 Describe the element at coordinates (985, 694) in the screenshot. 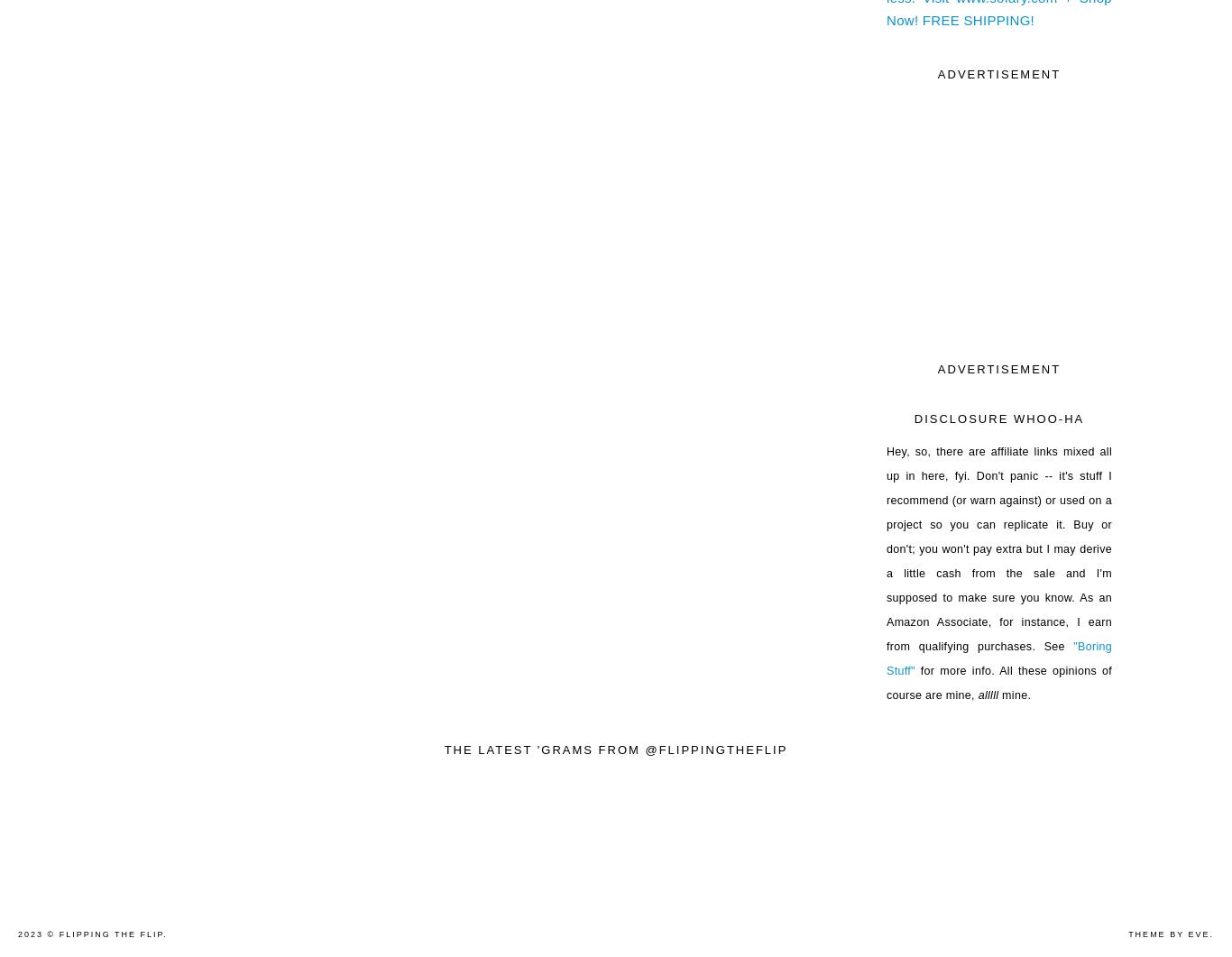

I see `'alllll'` at that location.